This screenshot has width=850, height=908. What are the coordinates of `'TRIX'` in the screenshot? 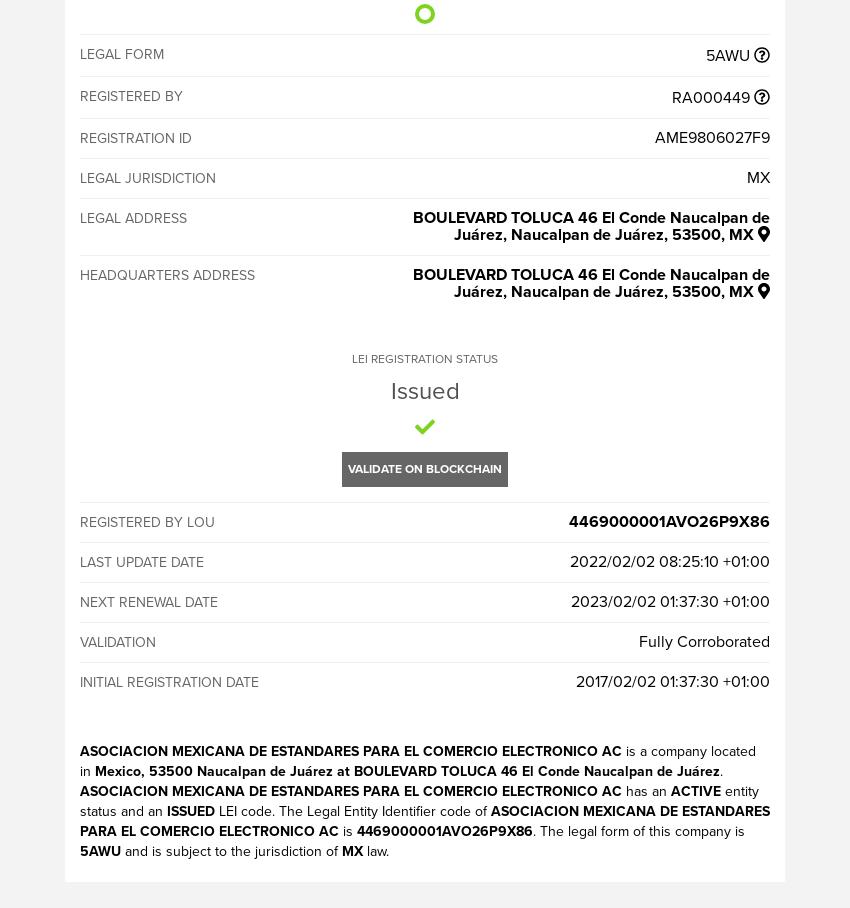 It's located at (614, 61).